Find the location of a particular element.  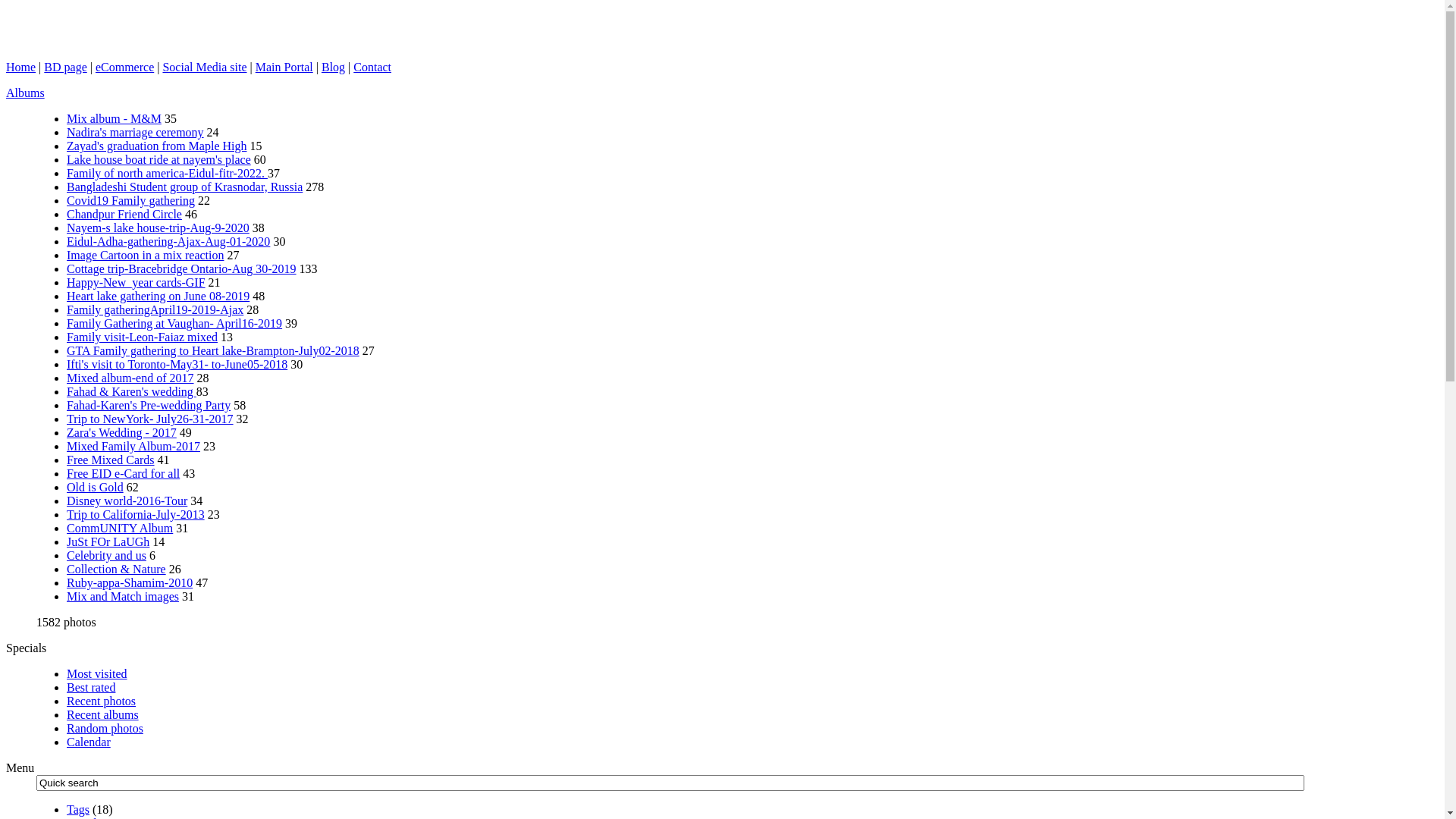

'Most visited' is located at coordinates (96, 673).